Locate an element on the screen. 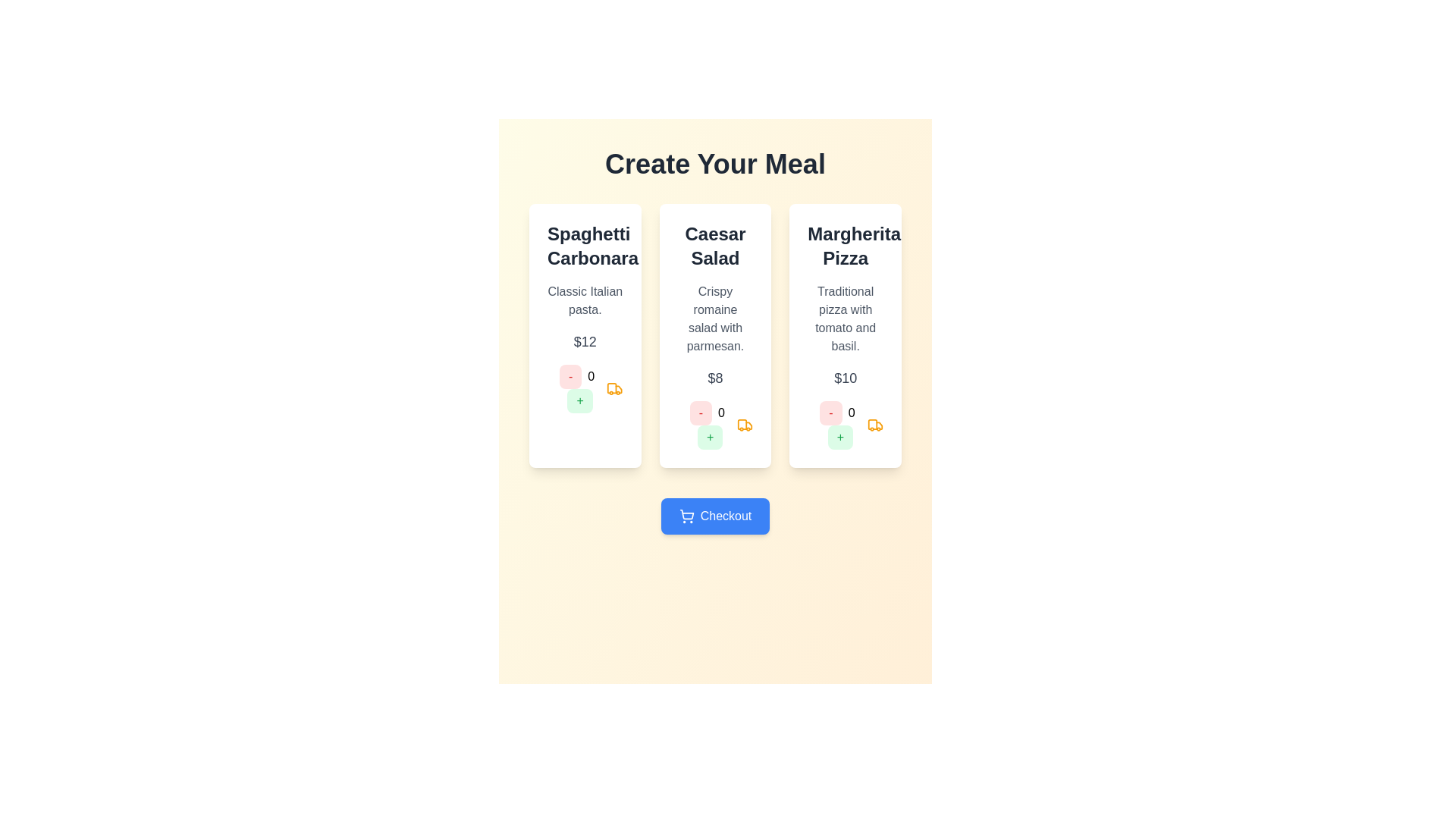 This screenshot has width=1456, height=819. the label displaying the price '$8', which is located beneath the description of the 'Crispy romaine salad with parmesan.' and above the quantity controls in the middle card of the menu items is located at coordinates (714, 377).